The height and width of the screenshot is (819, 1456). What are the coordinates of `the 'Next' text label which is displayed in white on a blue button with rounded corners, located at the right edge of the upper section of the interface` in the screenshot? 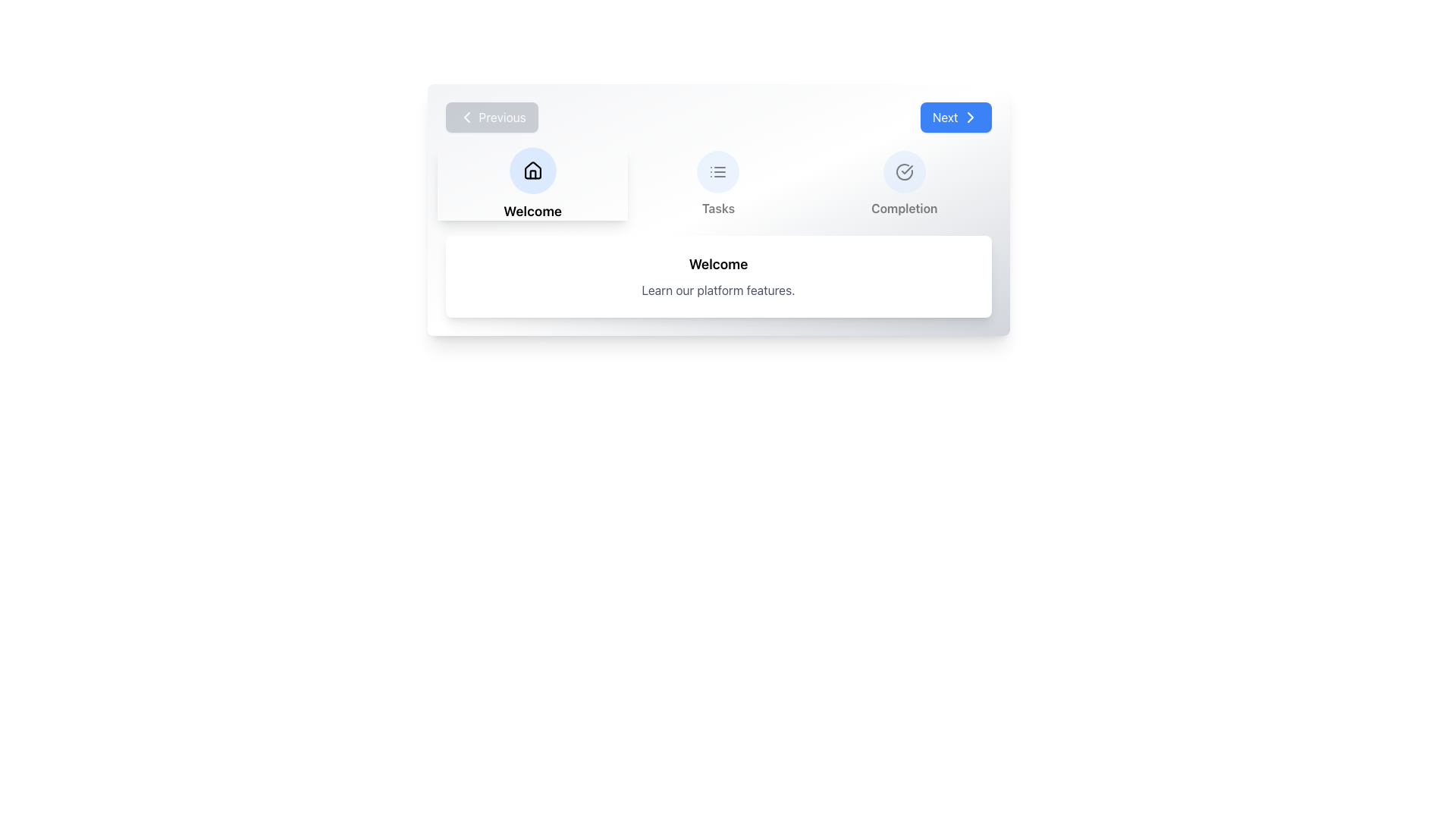 It's located at (944, 116).